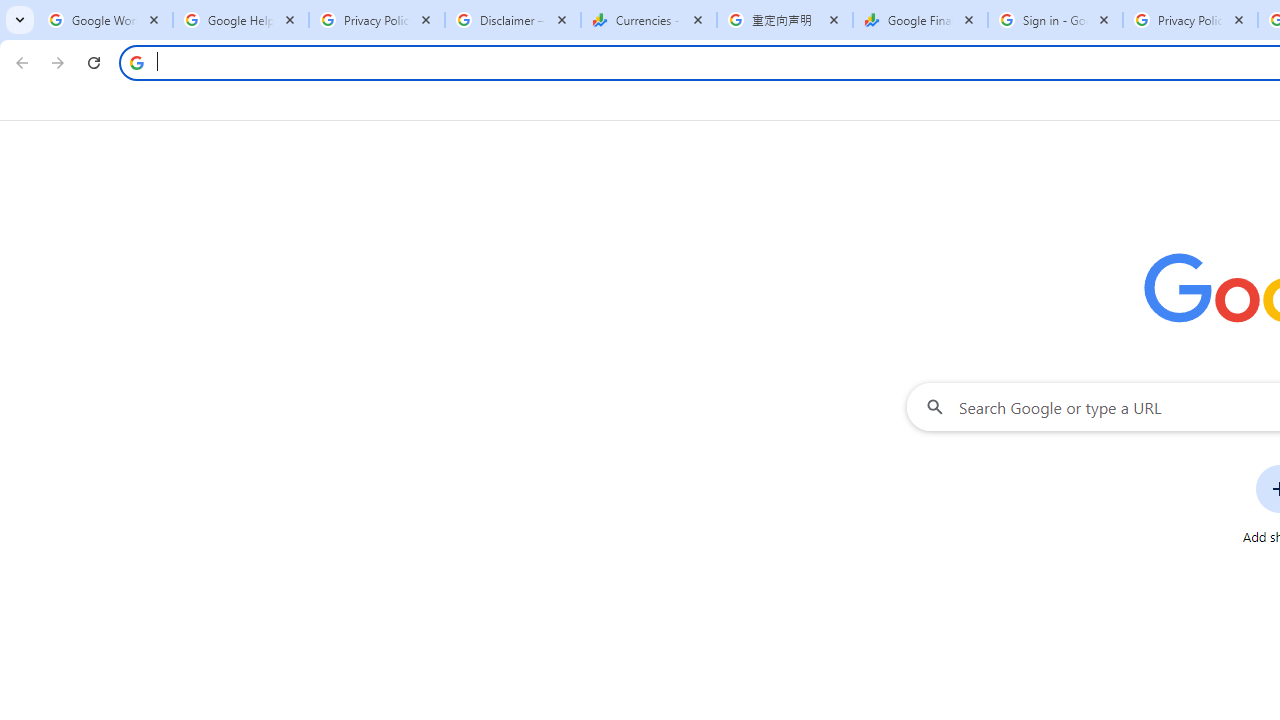 The width and height of the screenshot is (1280, 720). I want to click on 'Currencies - Google Finance', so click(648, 20).